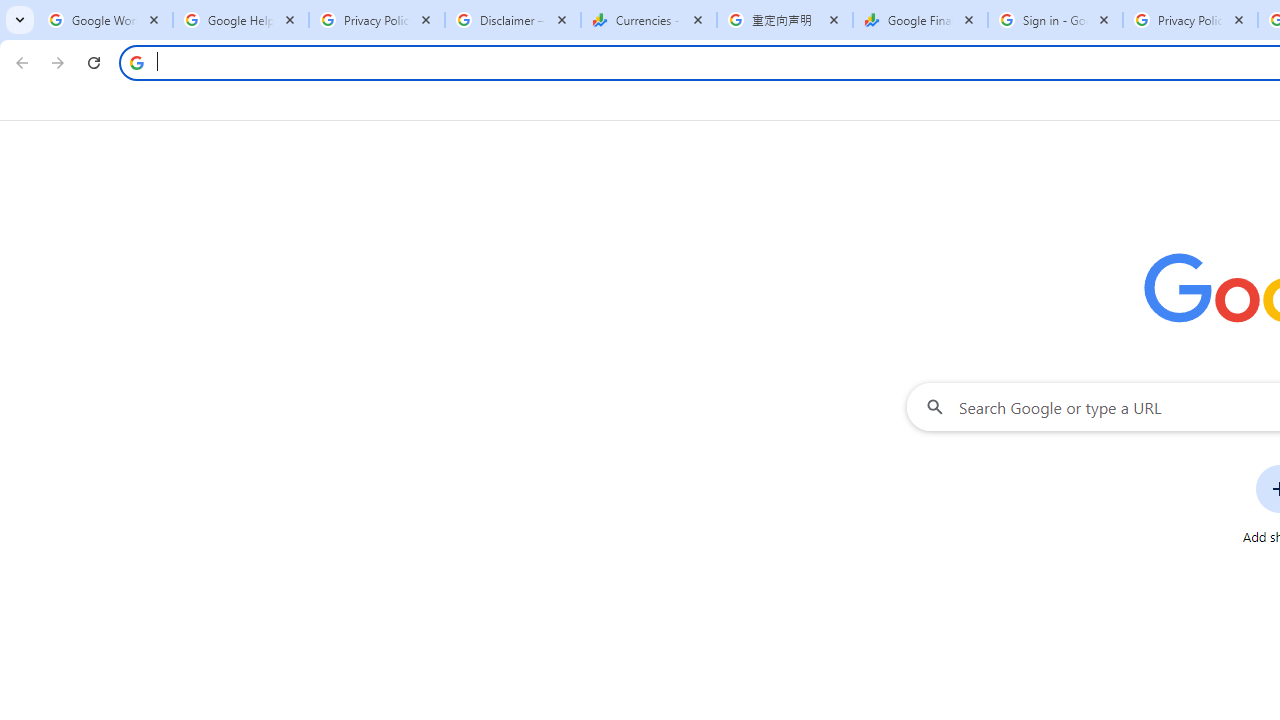 The width and height of the screenshot is (1280, 720). I want to click on 'Currencies - Google Finance', so click(648, 20).